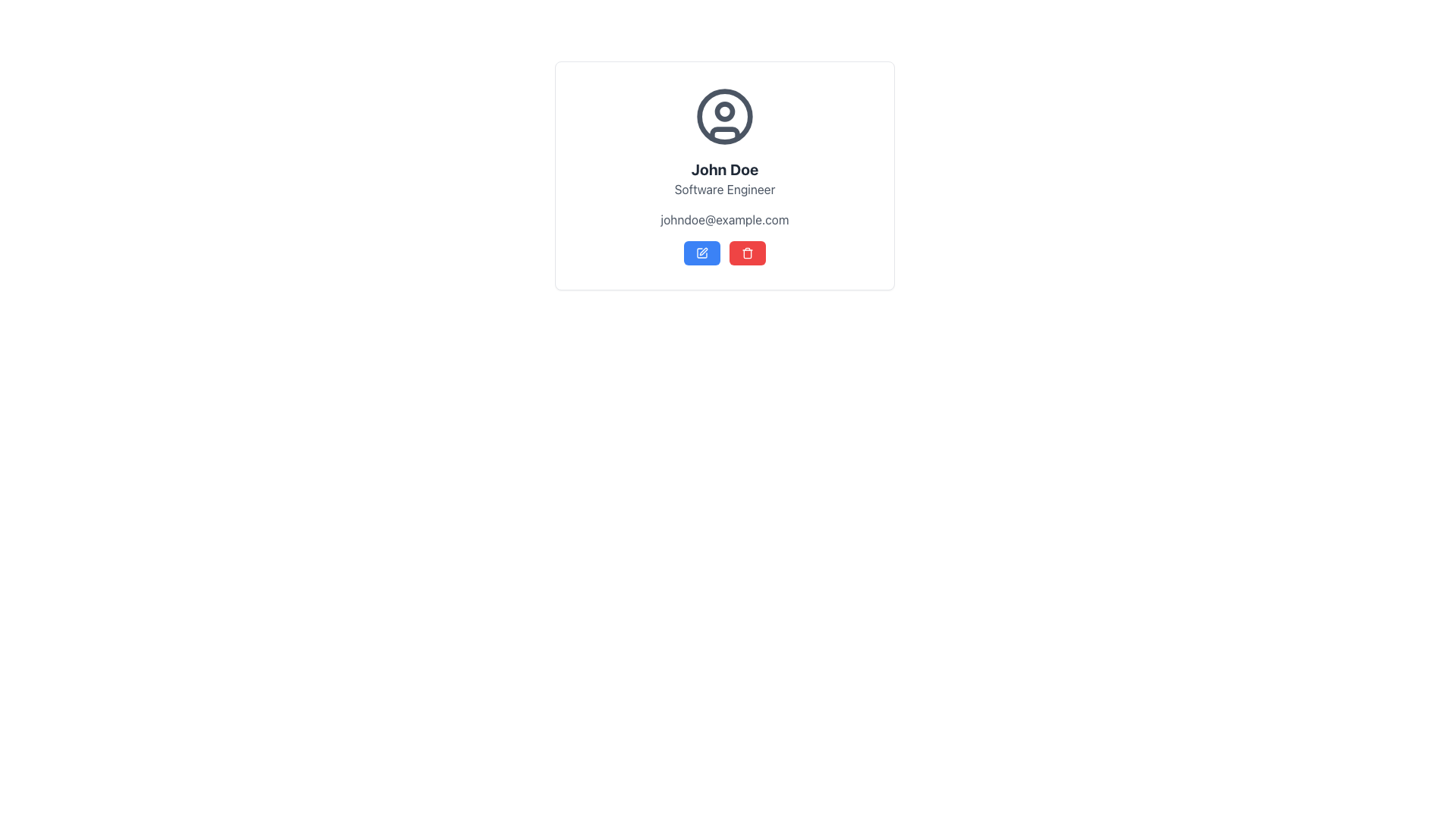  I want to click on the text label displaying 'John Doe', which is styled with a bold font and larger size, located centrally within the card layout, so click(723, 169).